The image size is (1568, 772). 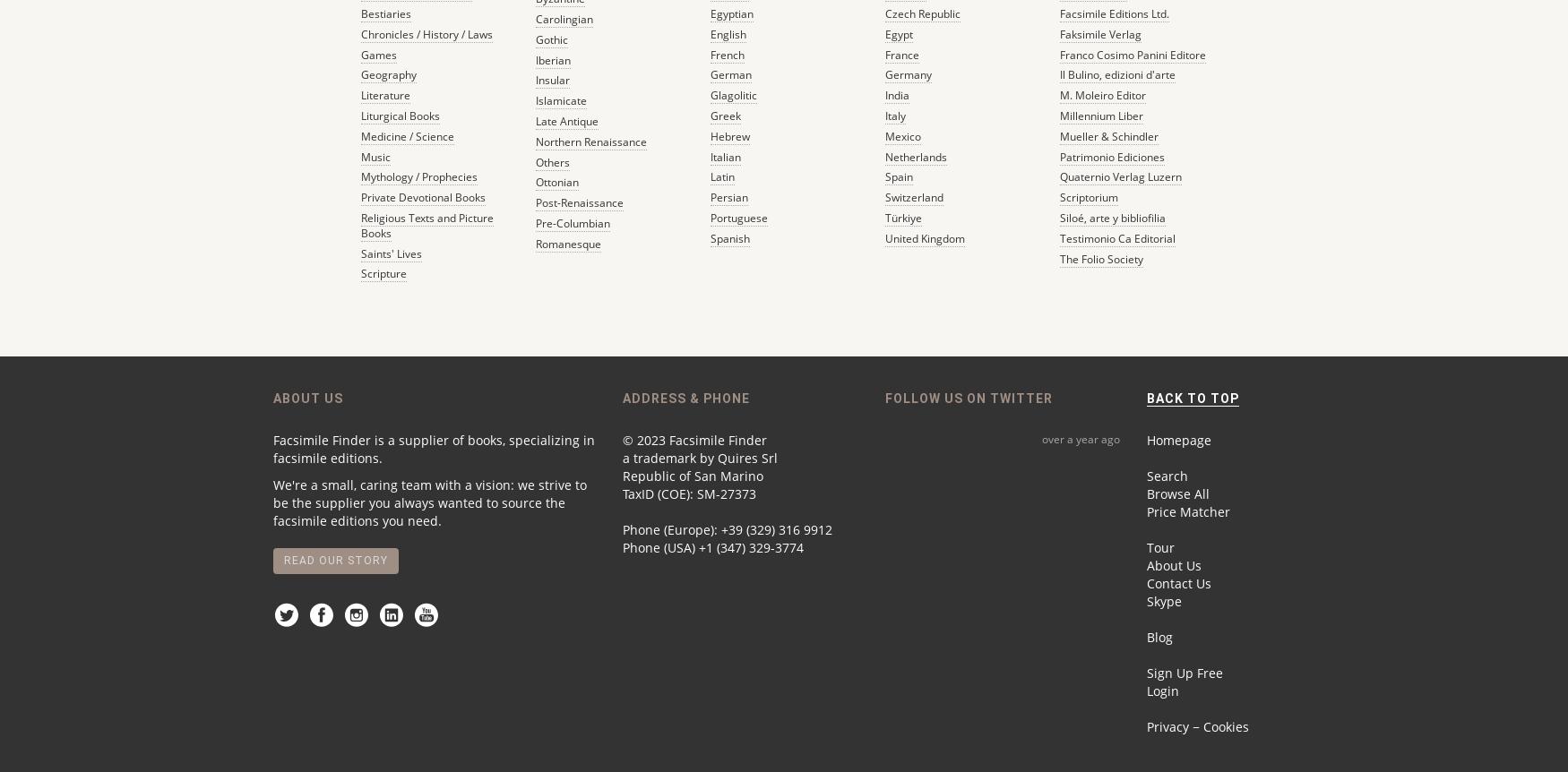 What do you see at coordinates (1116, 73) in the screenshot?
I see `'Il Bulino, edizioni d'arte'` at bounding box center [1116, 73].